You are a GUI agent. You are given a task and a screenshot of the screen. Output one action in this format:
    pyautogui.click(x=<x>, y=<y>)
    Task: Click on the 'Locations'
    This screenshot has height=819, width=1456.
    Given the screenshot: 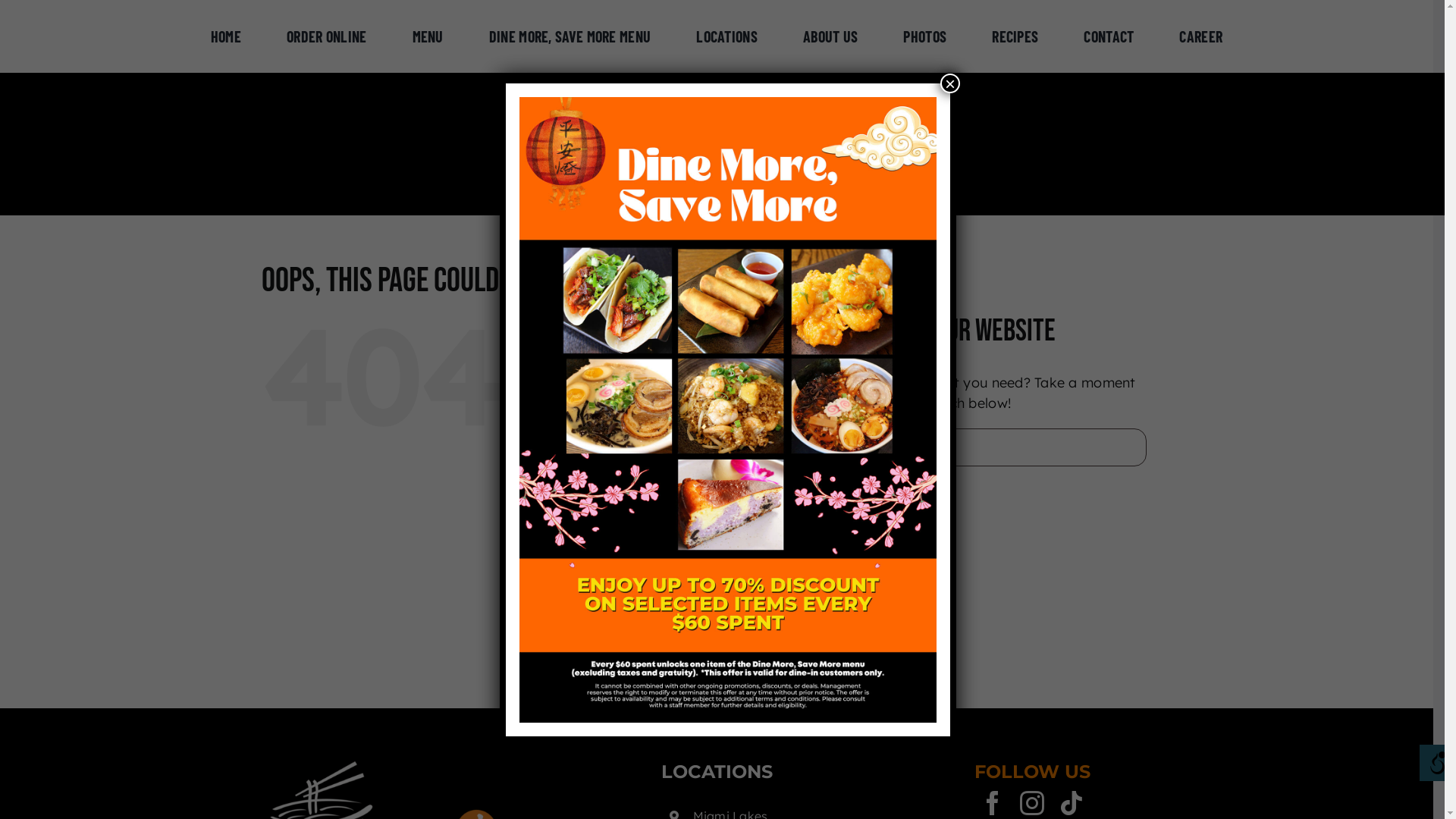 What is the action you would take?
    pyautogui.click(x=666, y=503)
    